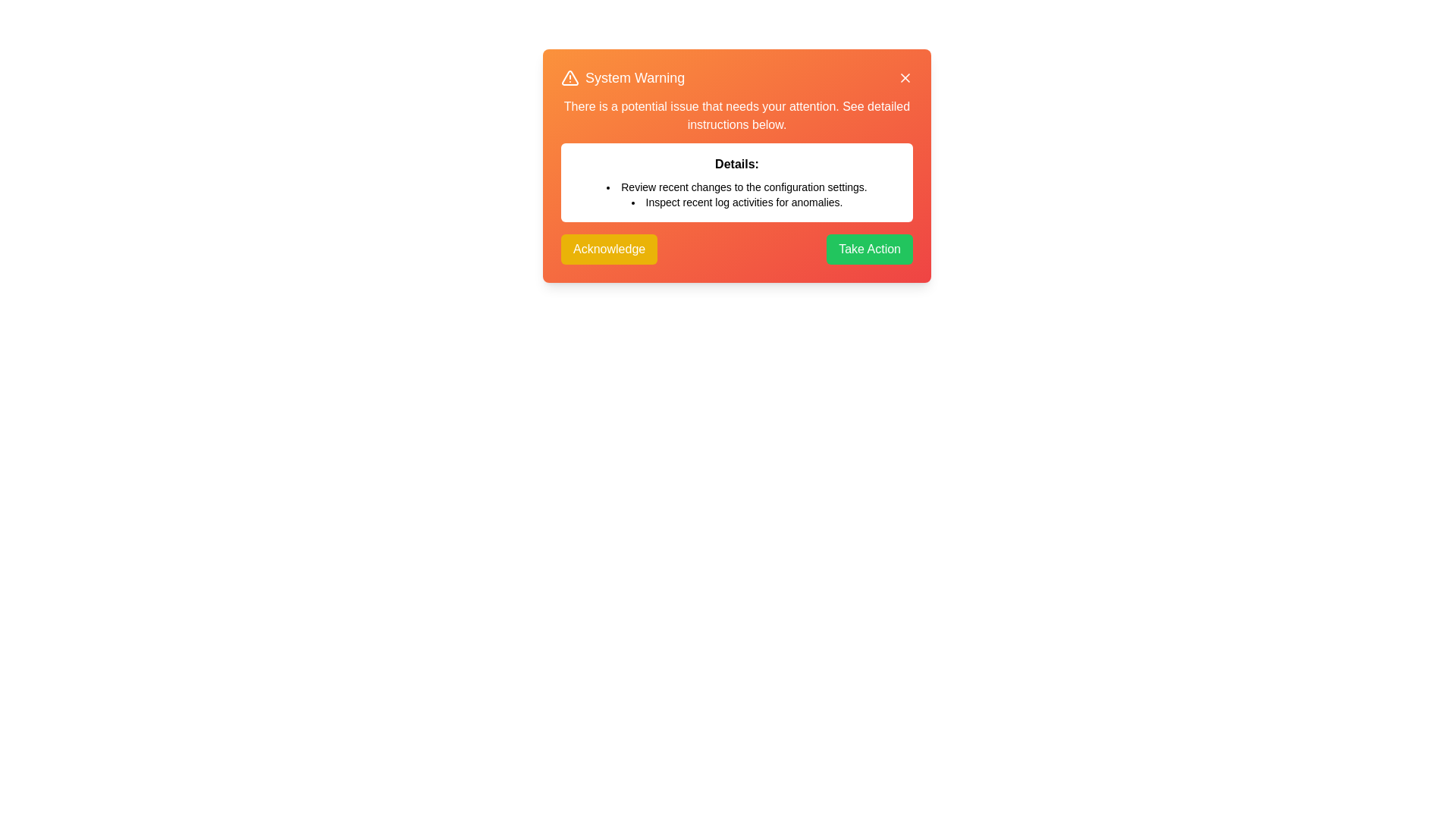  Describe the element at coordinates (736, 248) in the screenshot. I see `the Button Group located at the bottom of the notification box with an orange gradient background` at that location.